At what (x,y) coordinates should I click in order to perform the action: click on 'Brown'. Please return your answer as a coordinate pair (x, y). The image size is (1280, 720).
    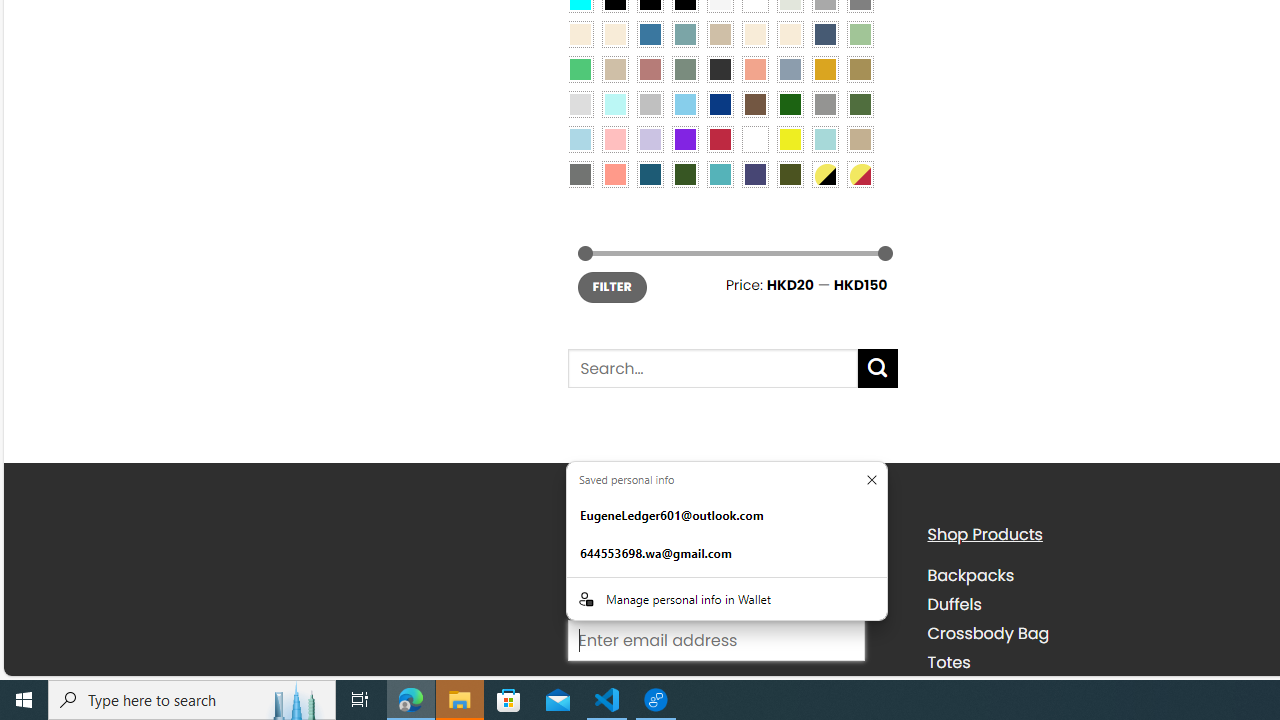
    Looking at the image, I should click on (754, 103).